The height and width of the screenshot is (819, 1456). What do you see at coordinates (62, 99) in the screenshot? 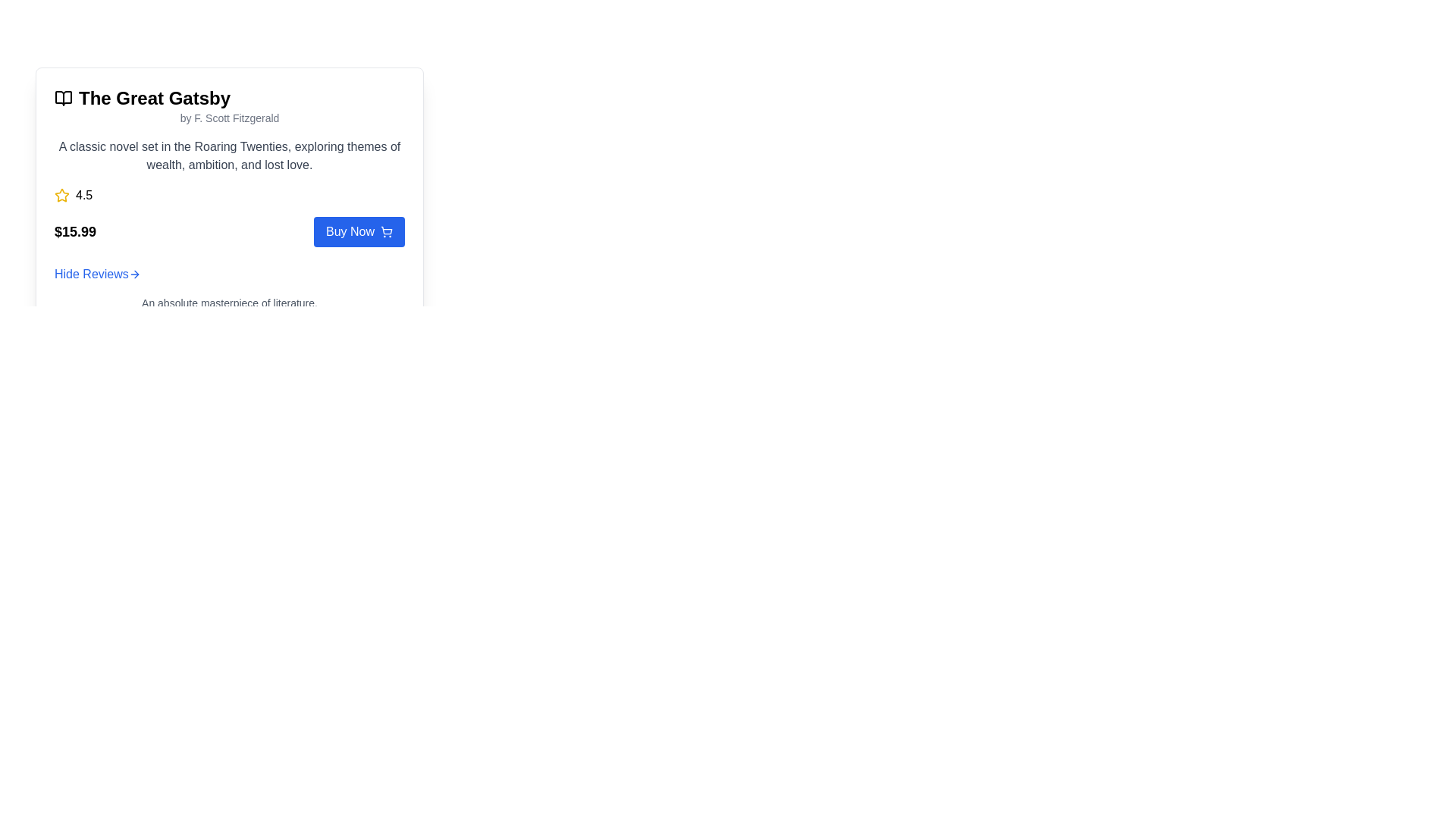
I see `the book icon located next to the title 'The Great Gatsby', which features a clean and minimalistic open book design` at bounding box center [62, 99].